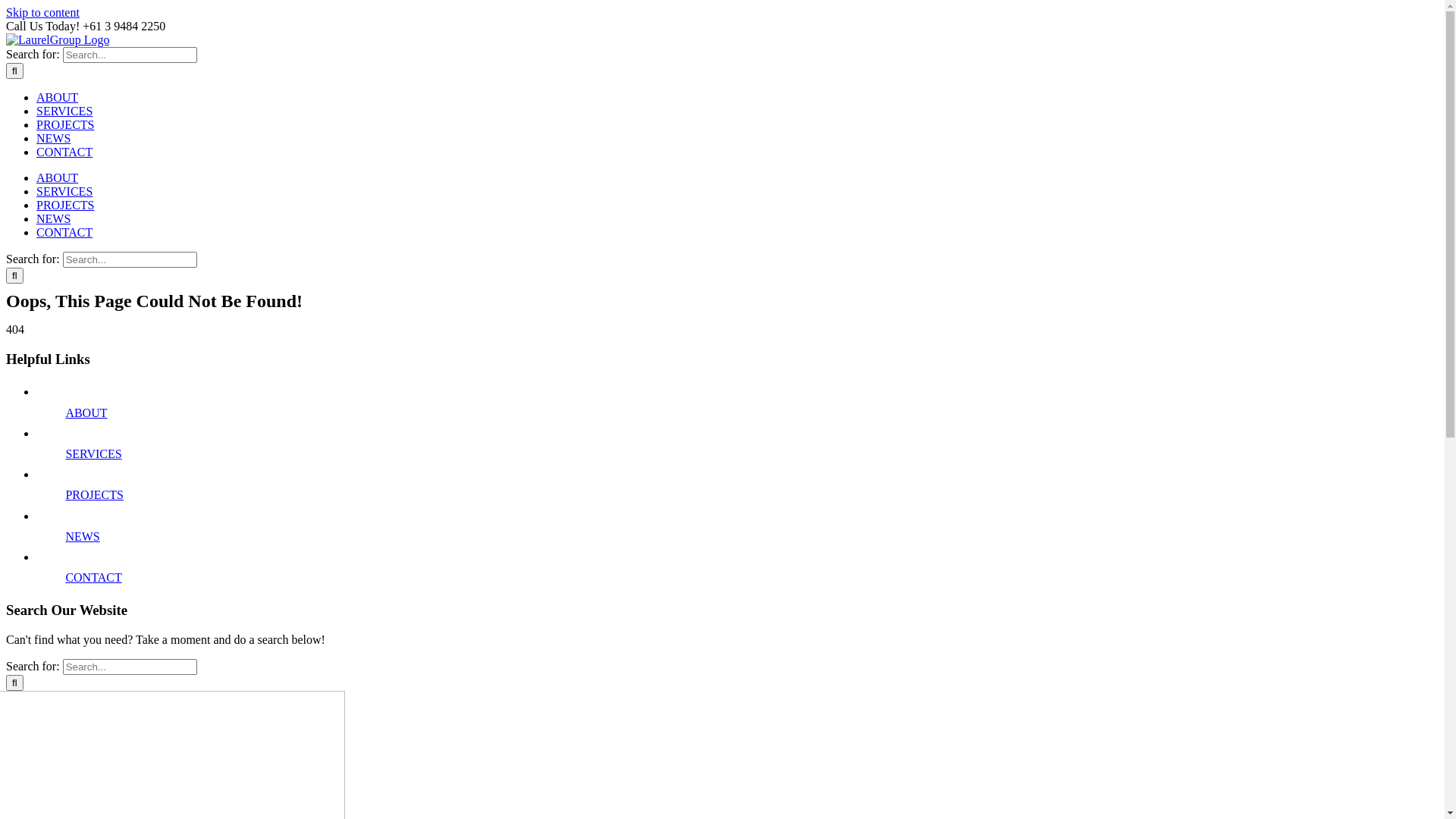 This screenshot has width=1456, height=819. I want to click on 'PROJECTS', so click(64, 205).